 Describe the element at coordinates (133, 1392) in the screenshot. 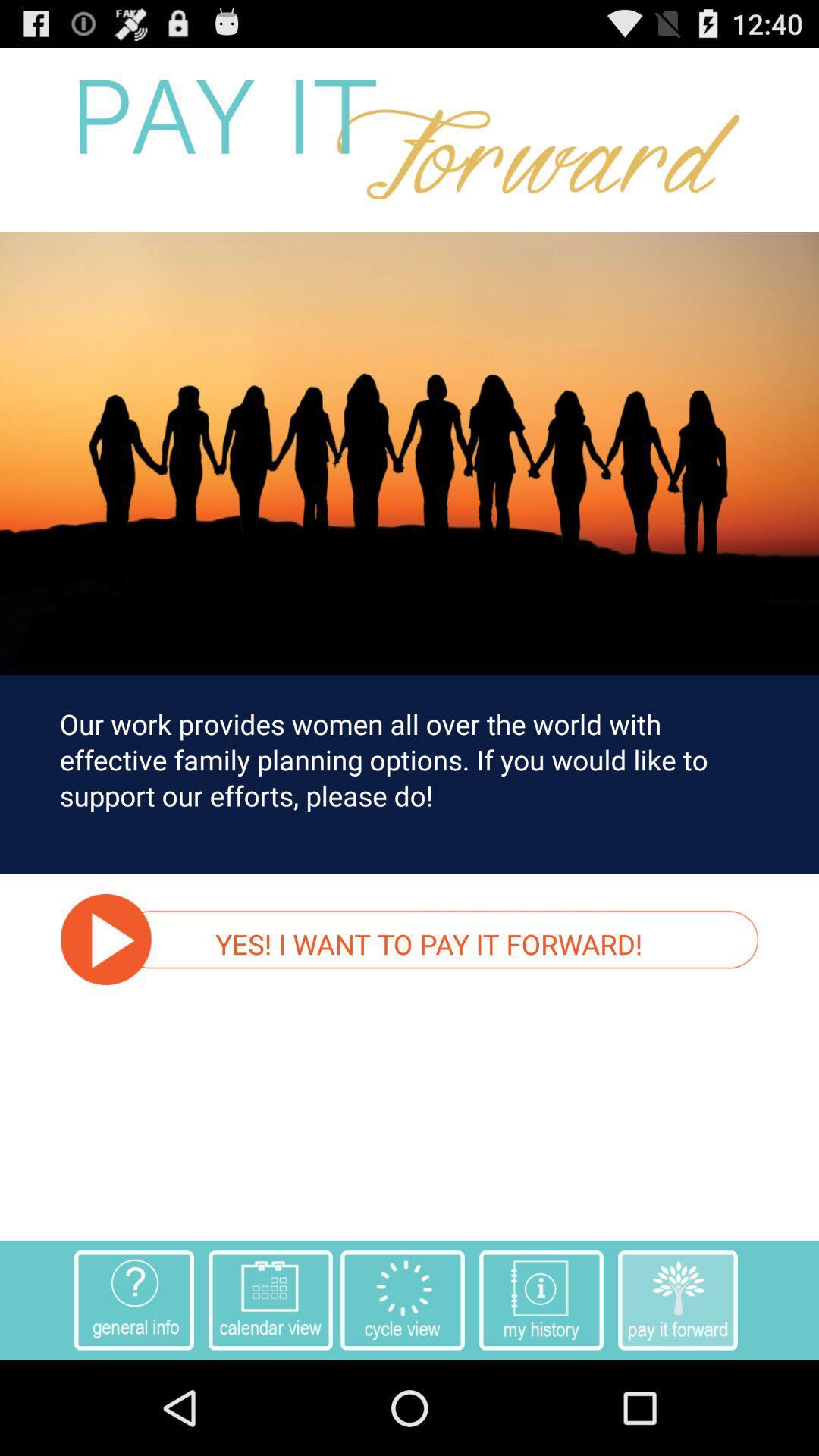

I see `the help icon` at that location.